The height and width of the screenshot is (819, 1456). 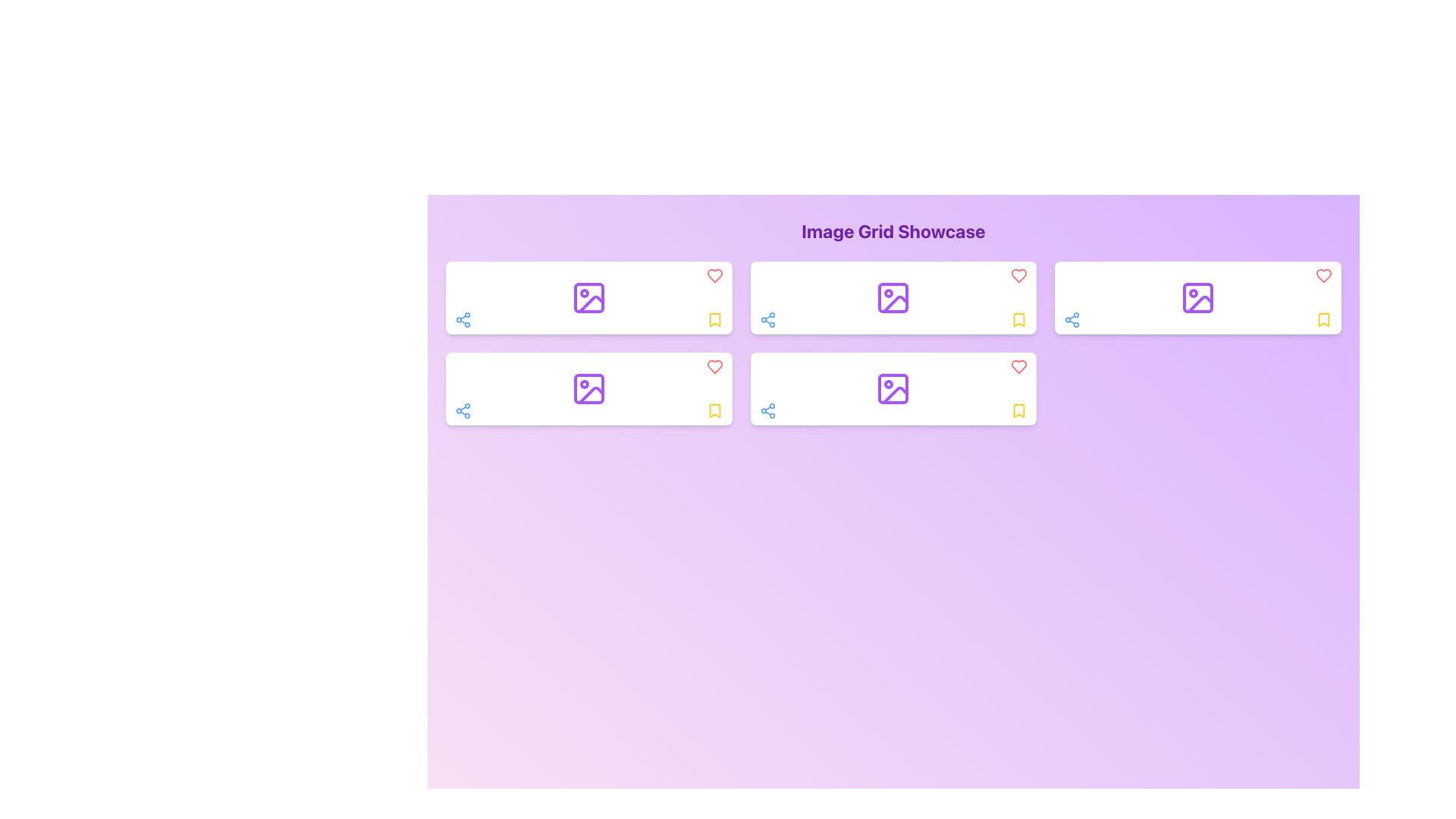 What do you see at coordinates (714, 275) in the screenshot?
I see `the like icon located in the top-right corner of the first image card in the grid layout` at bounding box center [714, 275].